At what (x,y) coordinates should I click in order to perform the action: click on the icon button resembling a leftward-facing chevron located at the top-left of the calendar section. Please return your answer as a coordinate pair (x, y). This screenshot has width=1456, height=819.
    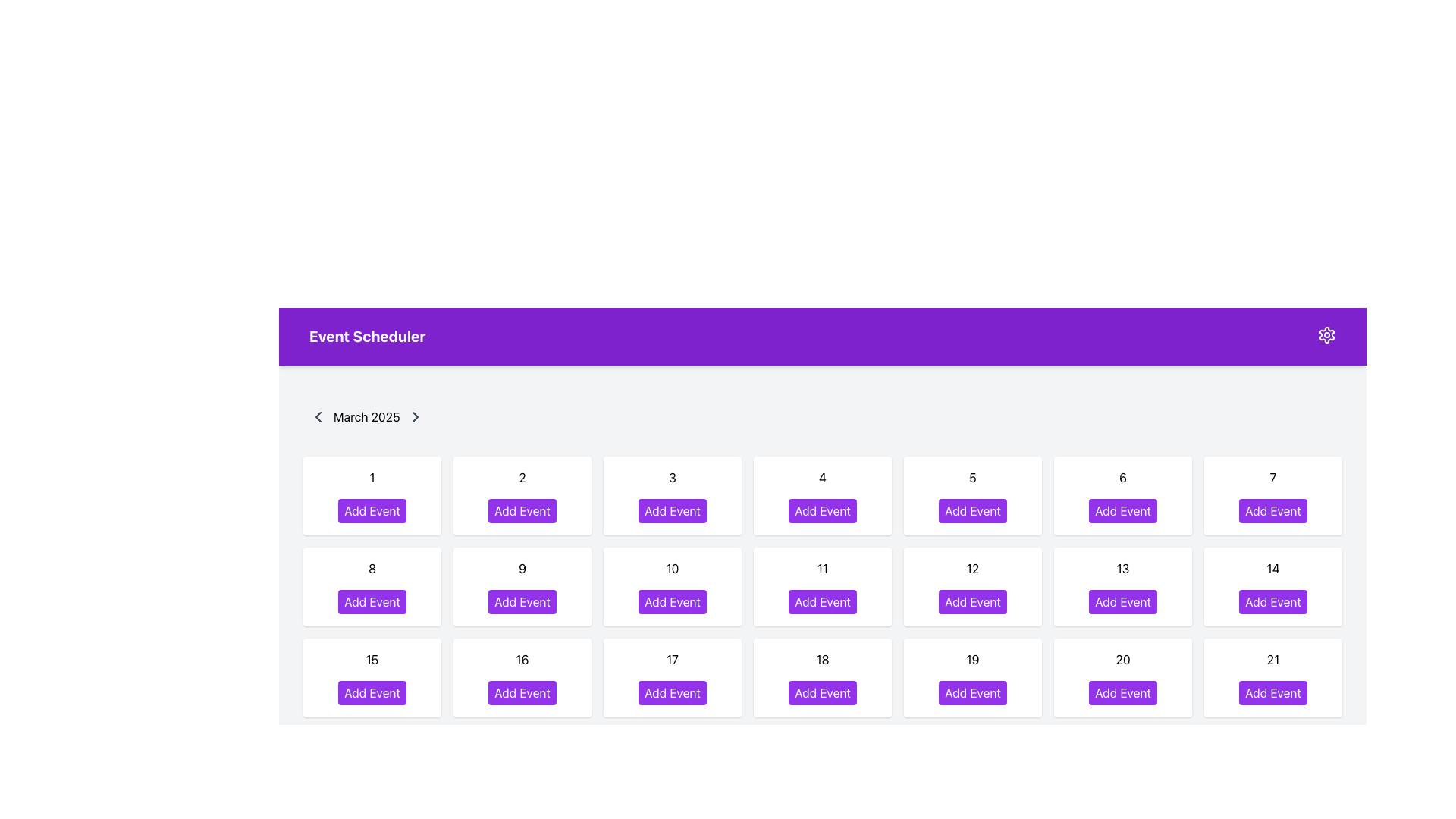
    Looking at the image, I should click on (318, 417).